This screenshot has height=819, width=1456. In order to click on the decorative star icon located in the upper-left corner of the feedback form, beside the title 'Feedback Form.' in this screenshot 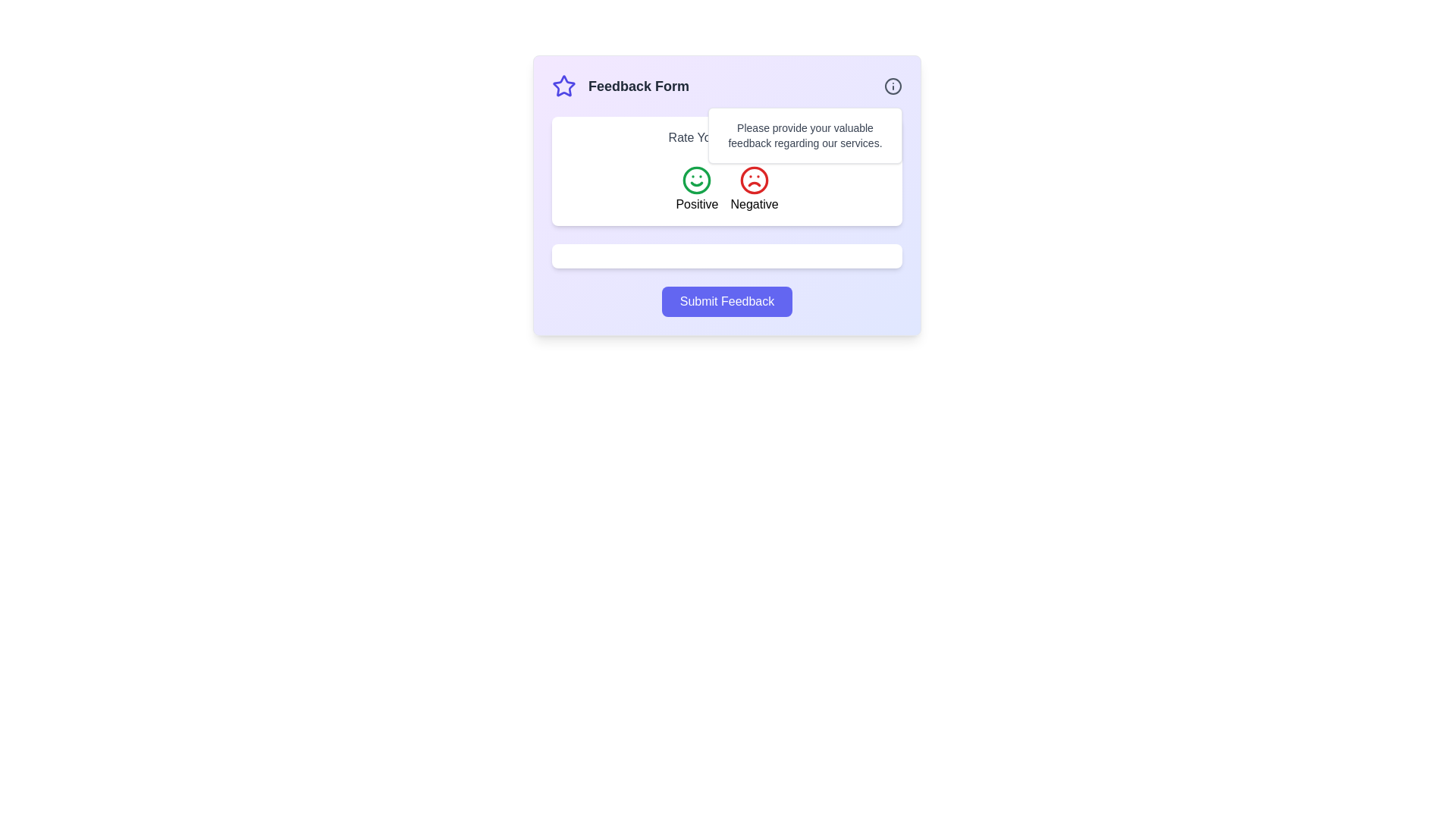, I will do `click(563, 86)`.